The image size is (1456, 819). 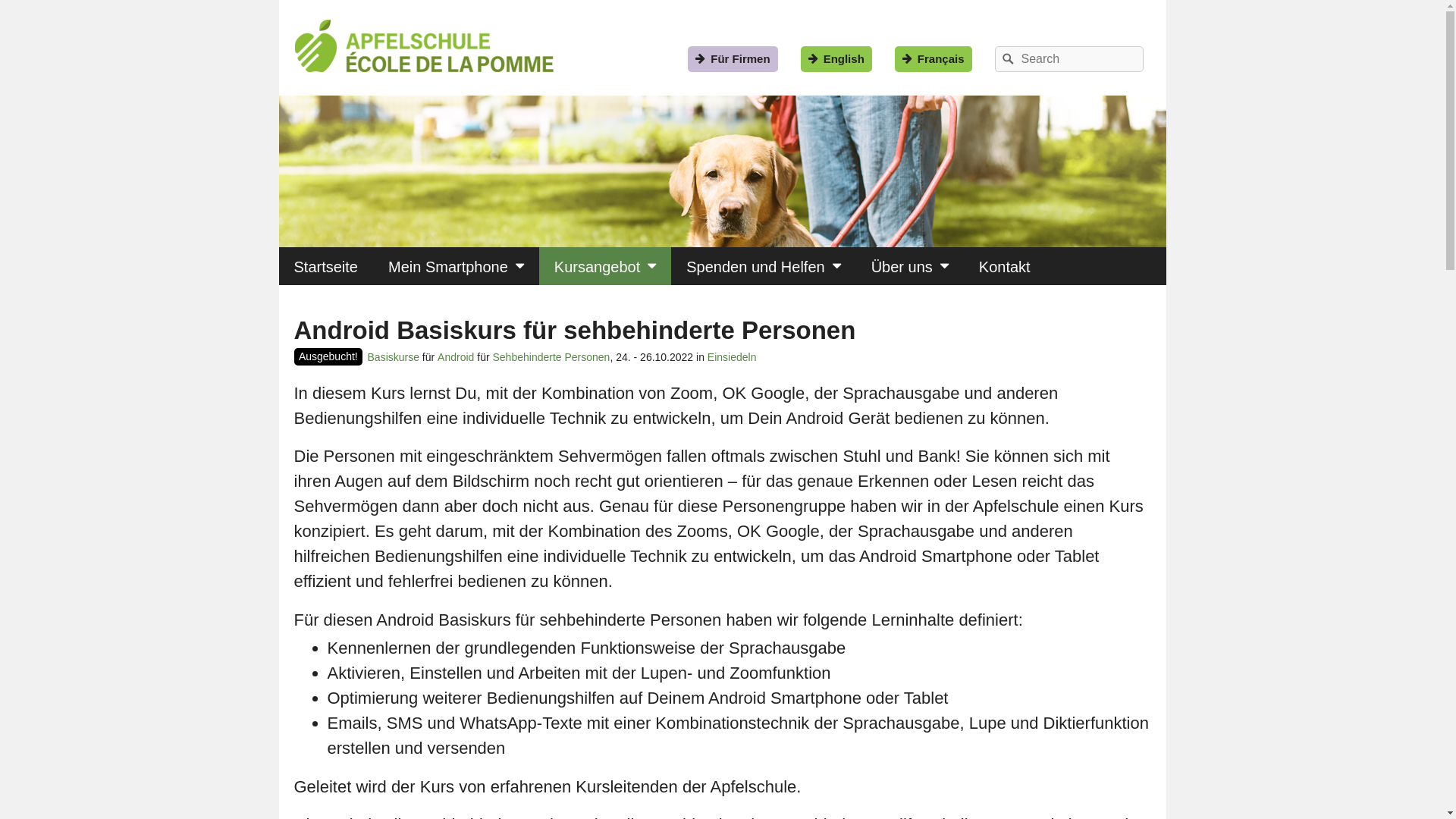 What do you see at coordinates (551, 356) in the screenshot?
I see `'Sehbehinderte Personen'` at bounding box center [551, 356].